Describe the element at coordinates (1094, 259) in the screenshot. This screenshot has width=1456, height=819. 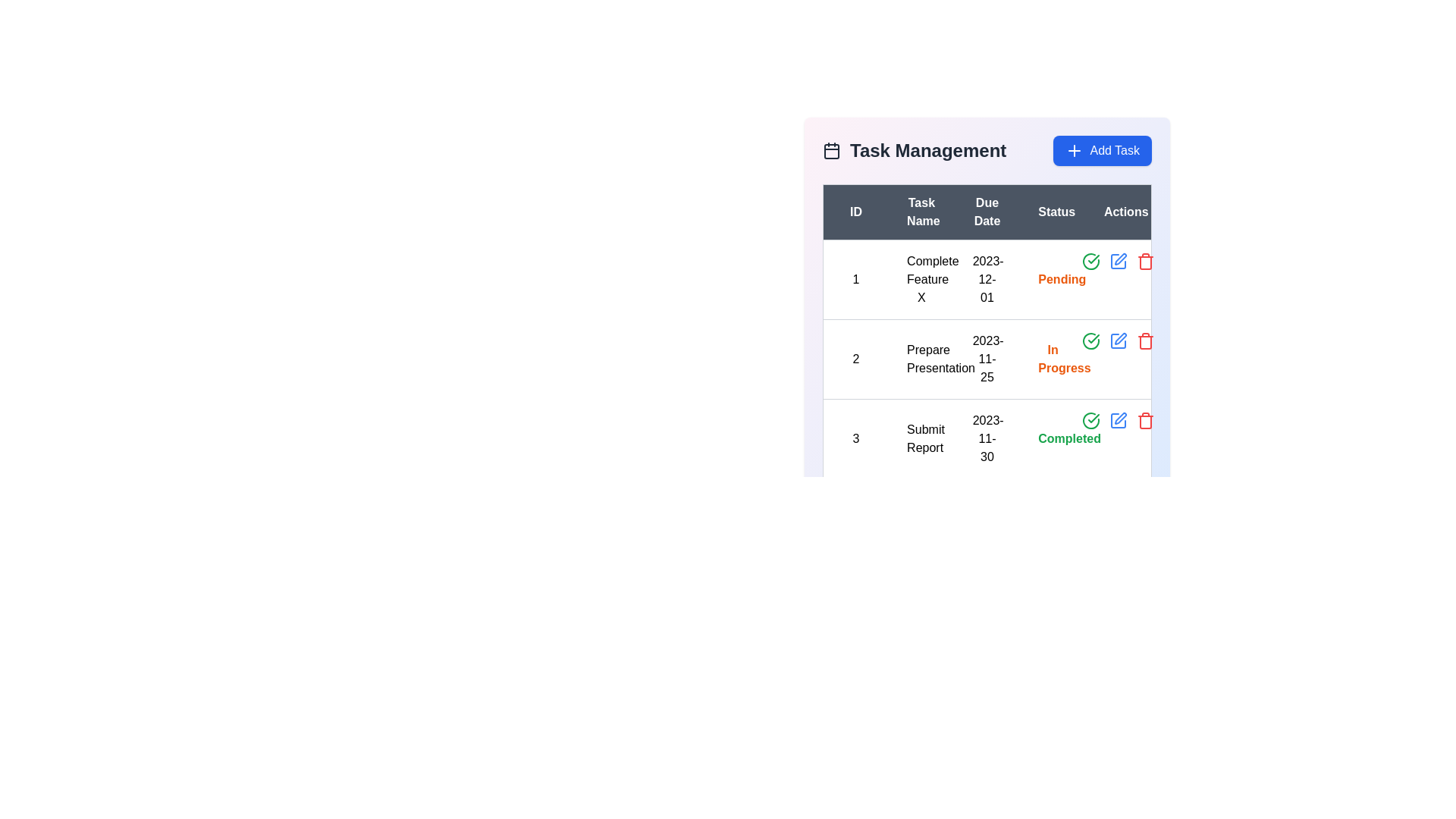
I see `the green checkmark icon located in the 'Actions' column of the third row in the task table, which signifies a completed or confirmed status` at that location.